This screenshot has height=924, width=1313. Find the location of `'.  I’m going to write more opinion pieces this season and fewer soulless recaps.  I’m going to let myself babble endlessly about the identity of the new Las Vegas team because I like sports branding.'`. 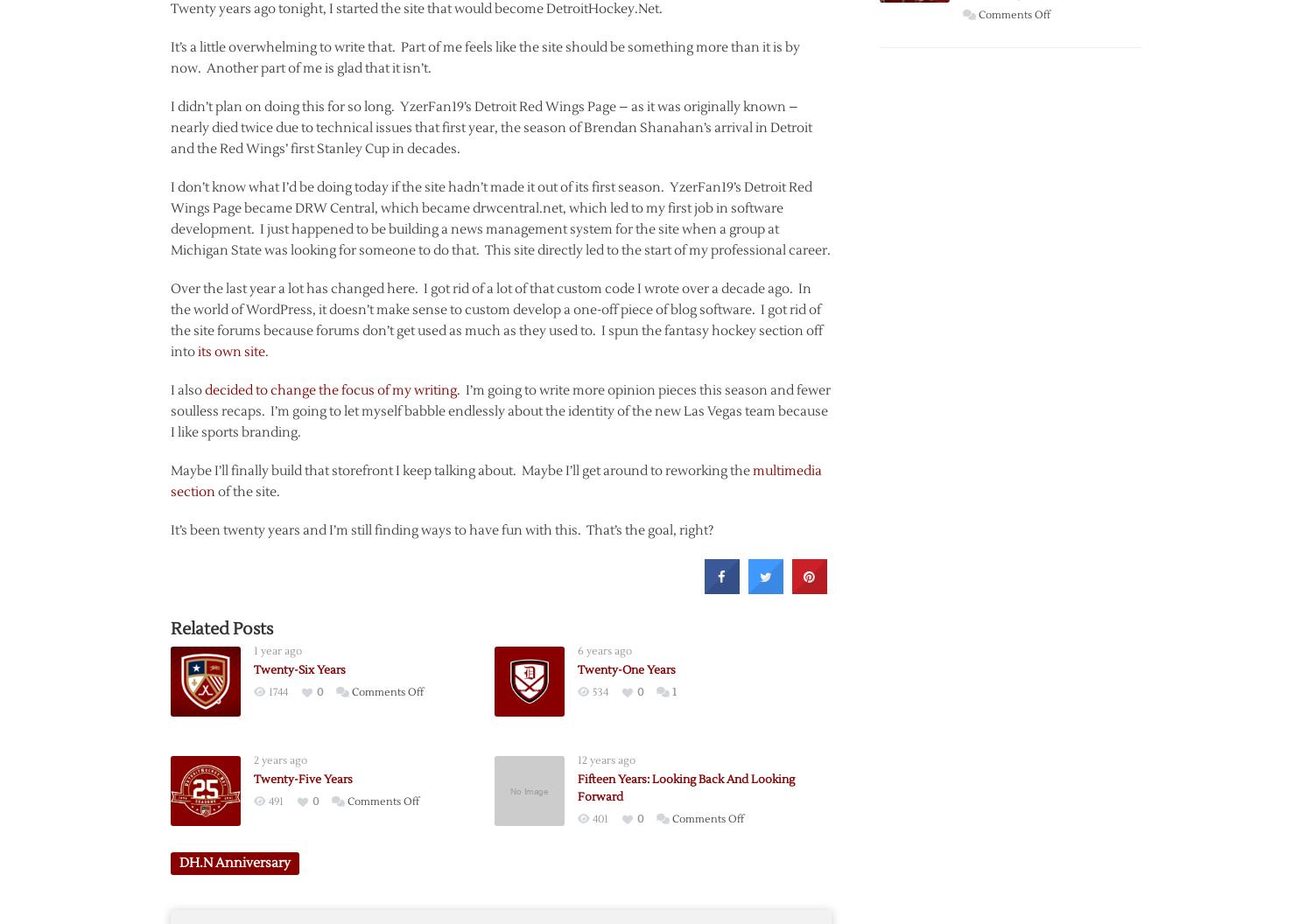

'.  I’m going to write more opinion pieces this season and fewer soulless recaps.  I’m going to let myself babble endlessly about the identity of the new Las Vegas team because I like sports branding.' is located at coordinates (499, 409).